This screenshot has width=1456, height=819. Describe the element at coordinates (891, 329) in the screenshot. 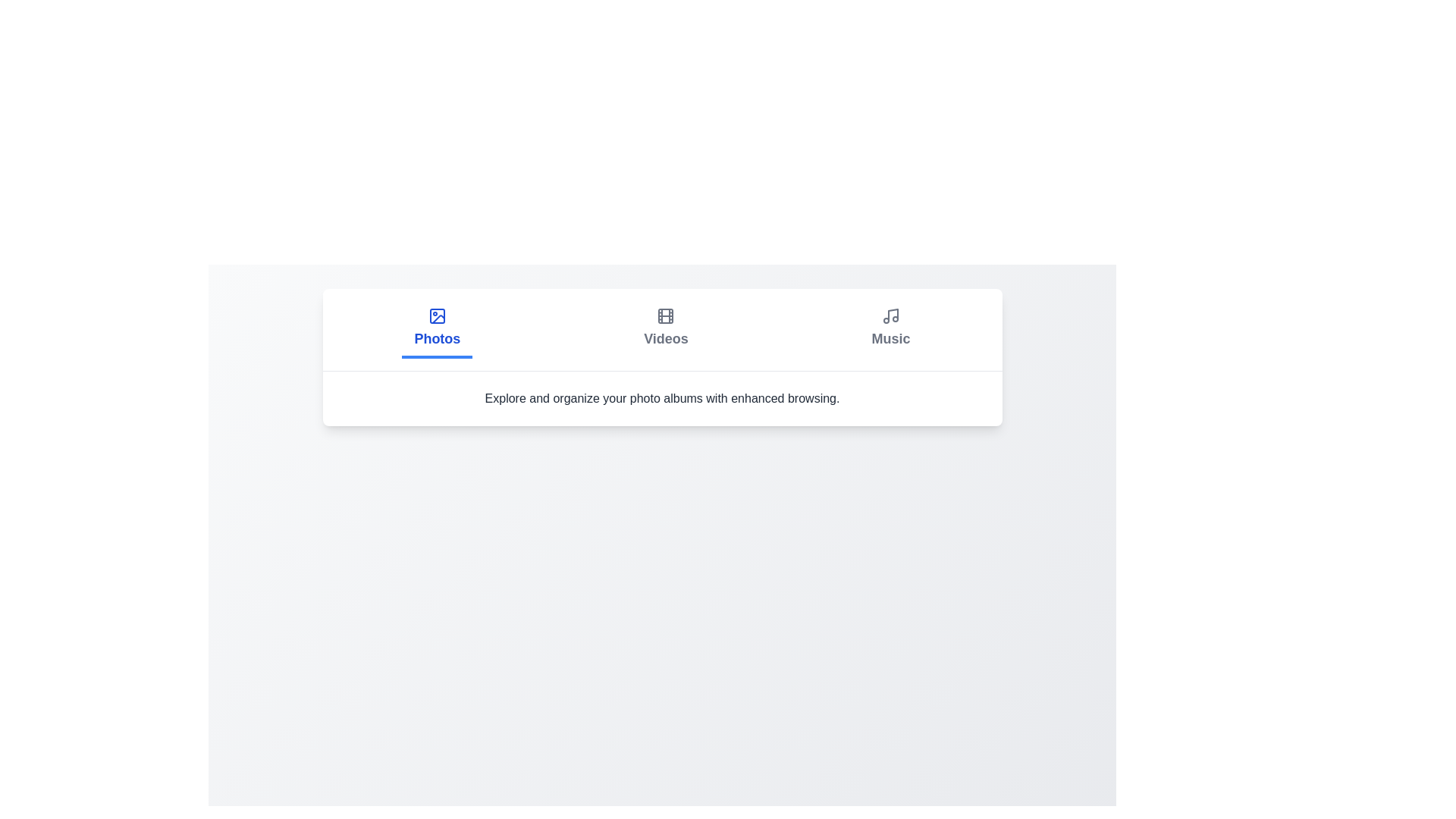

I see `the Music tab to trigger its hover effect` at that location.